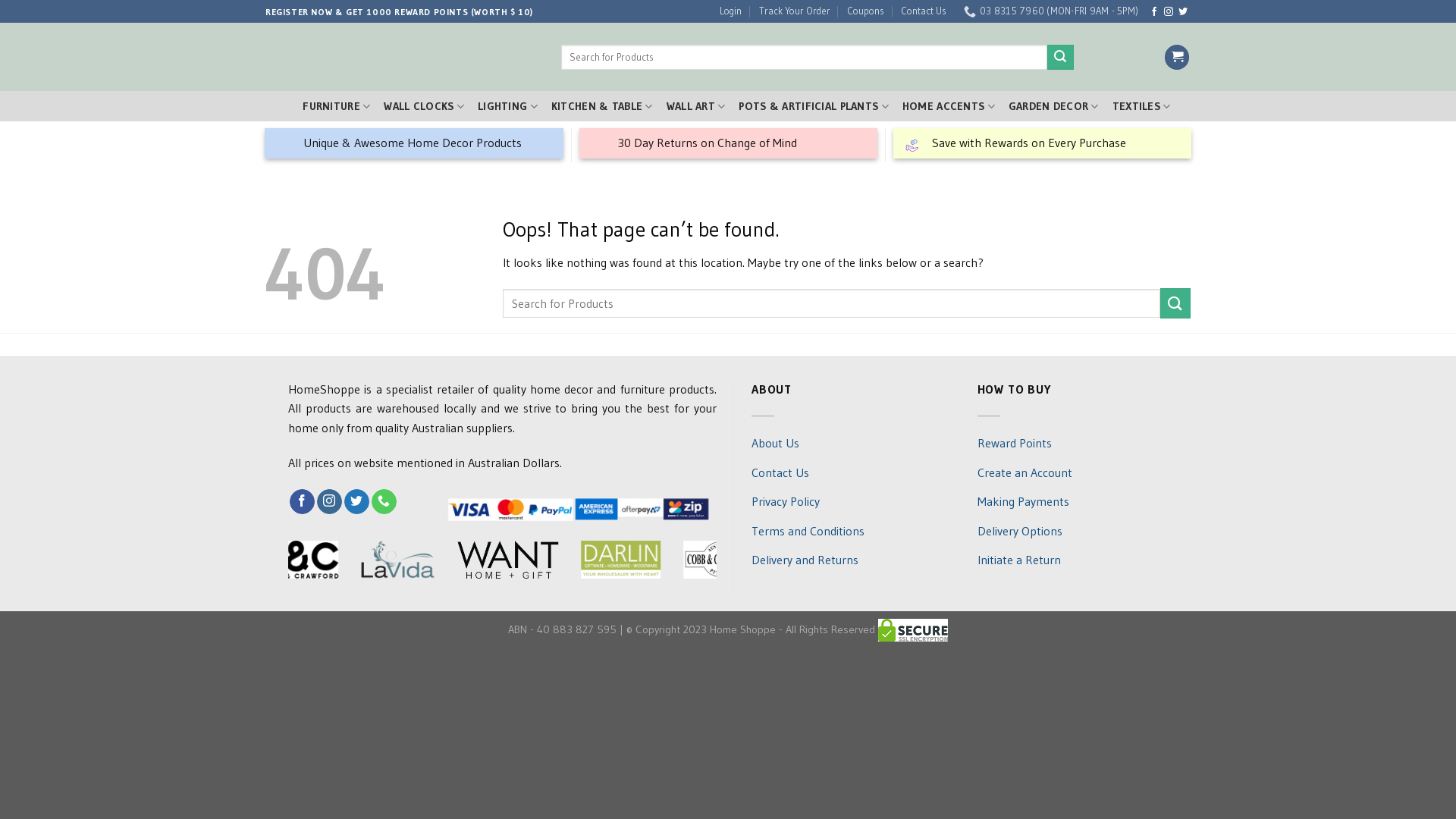 This screenshot has width=1456, height=819. Describe the element at coordinates (1153, 11) in the screenshot. I see `'Follow on Facebook'` at that location.